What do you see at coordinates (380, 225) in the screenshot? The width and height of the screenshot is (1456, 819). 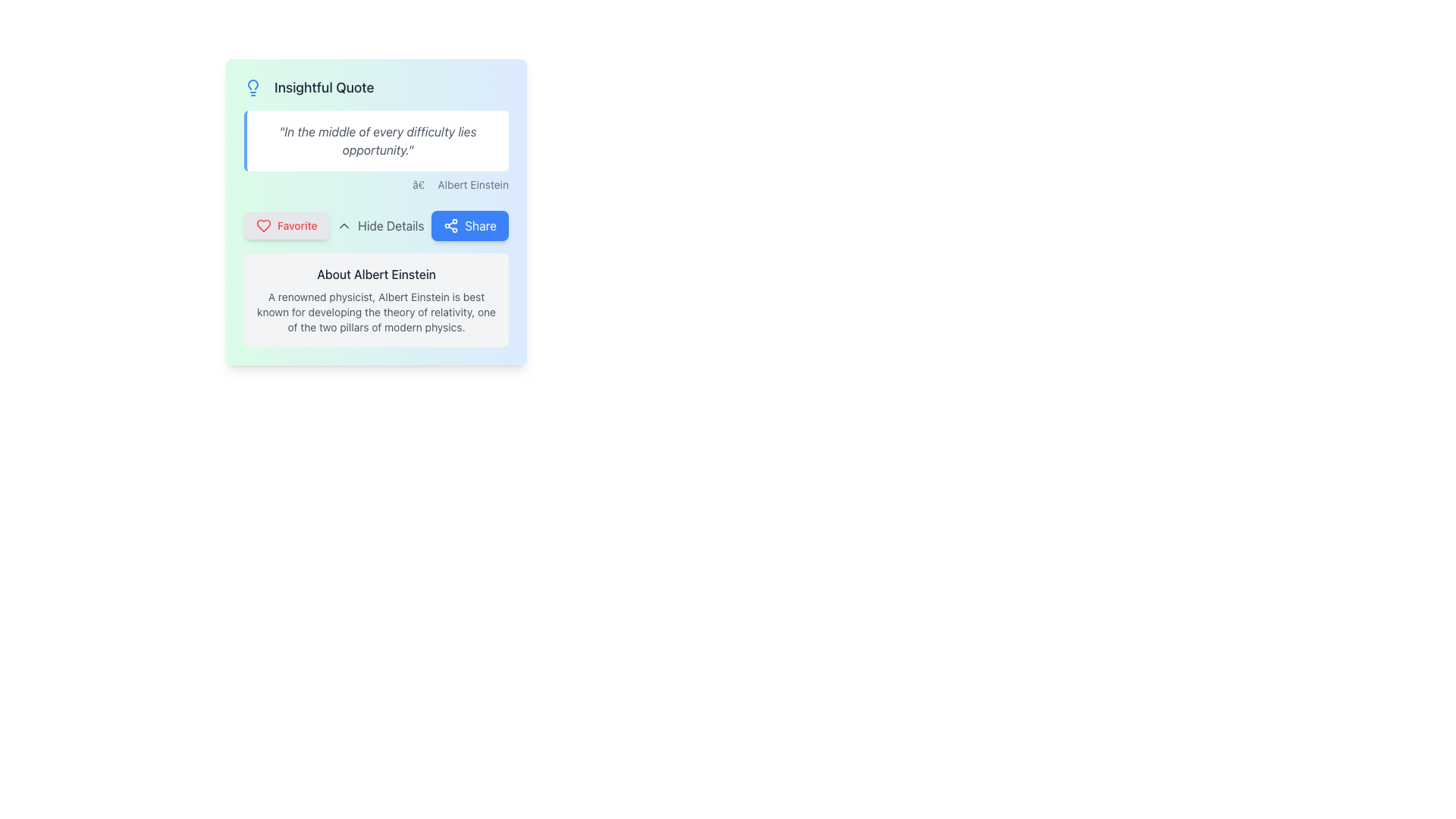 I see `the 'Hide Details' button, which is styled in gray and changes color on hover, located between the 'Favorite' and 'Share' buttons` at bounding box center [380, 225].